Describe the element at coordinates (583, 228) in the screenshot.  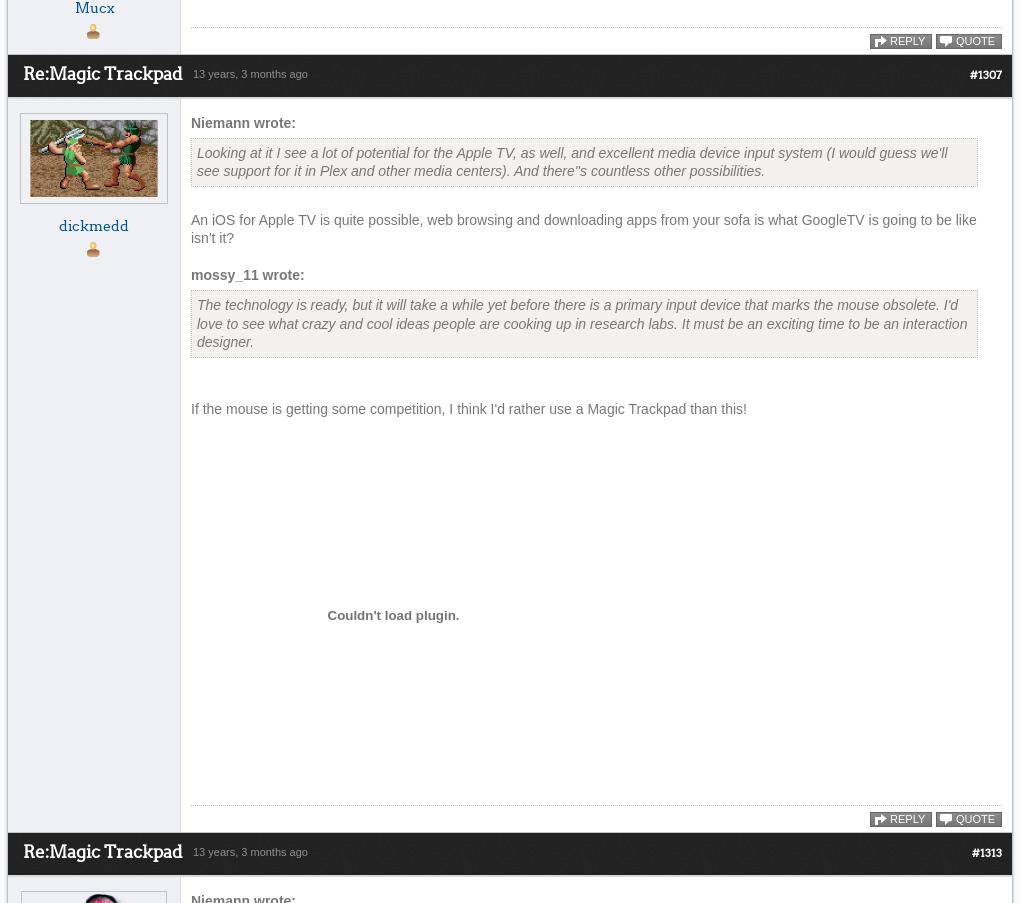
I see `'An iOS for Apple TV is quite possible, web browsing and downloading apps from your sofa is what GoogleTV is going to be like isn't it?'` at that location.